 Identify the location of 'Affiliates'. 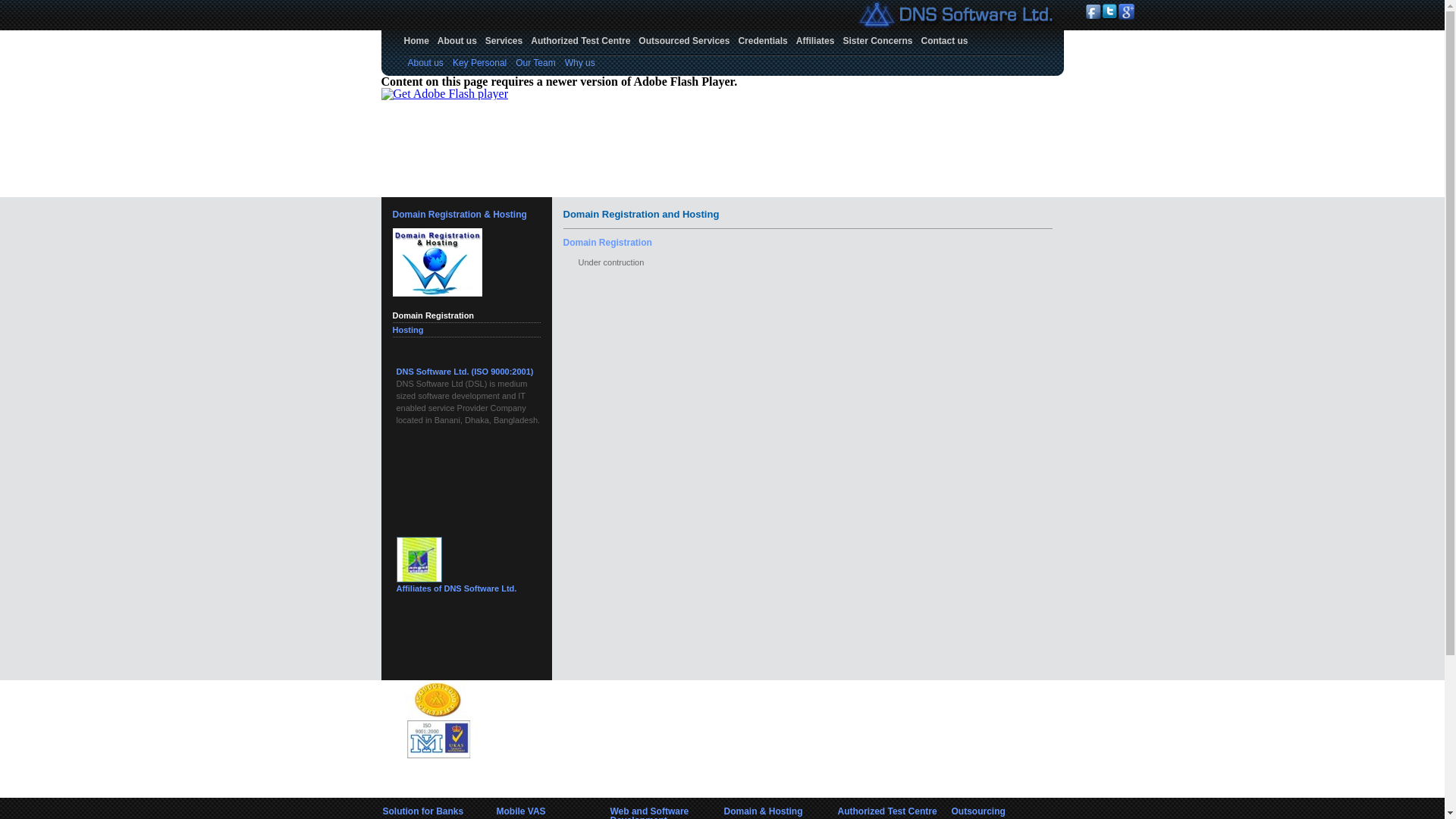
(814, 40).